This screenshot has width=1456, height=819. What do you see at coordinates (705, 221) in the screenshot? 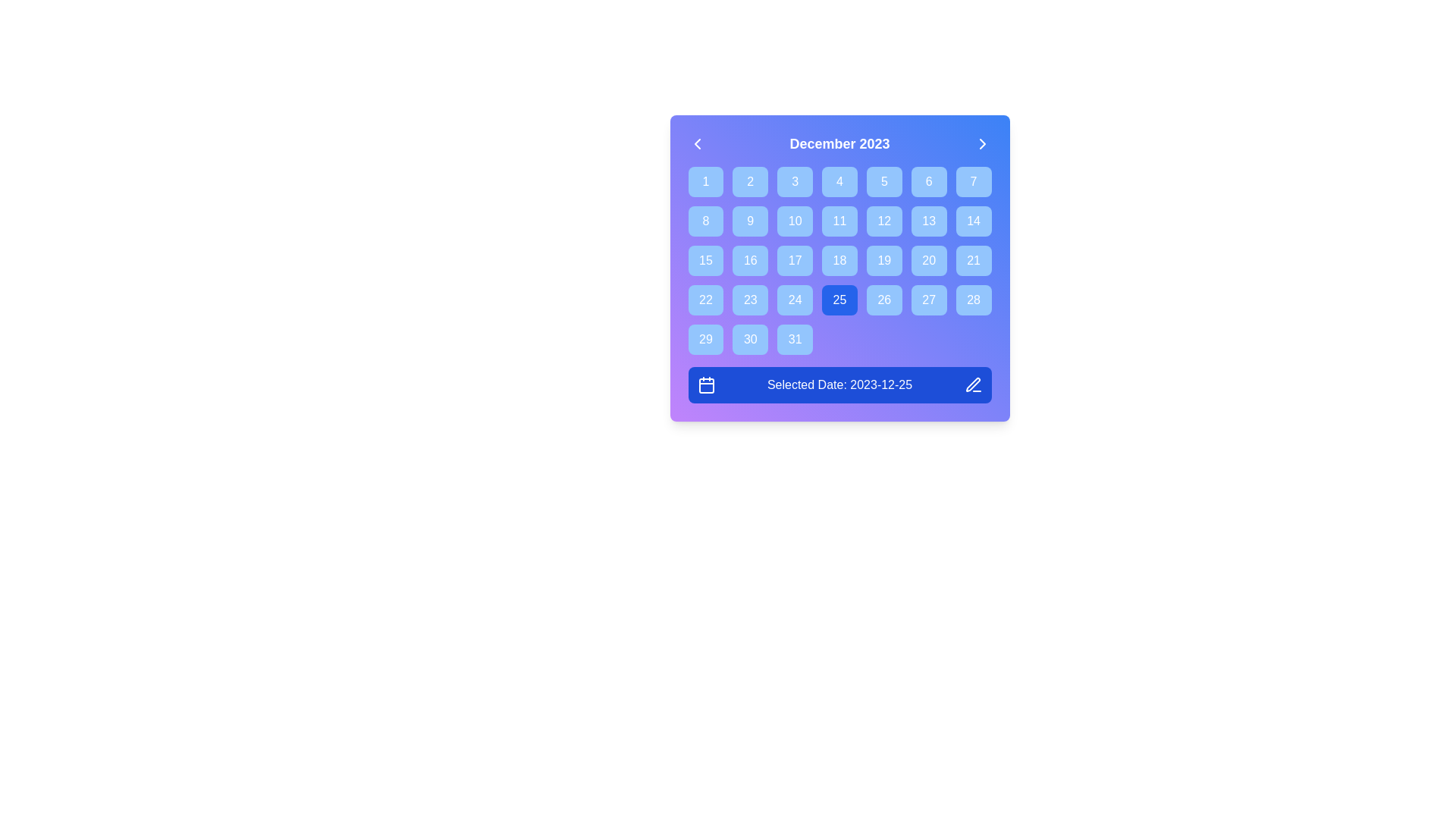
I see `the Calendar Day Button representing the day '8' in the calendar's date selection grid` at bounding box center [705, 221].